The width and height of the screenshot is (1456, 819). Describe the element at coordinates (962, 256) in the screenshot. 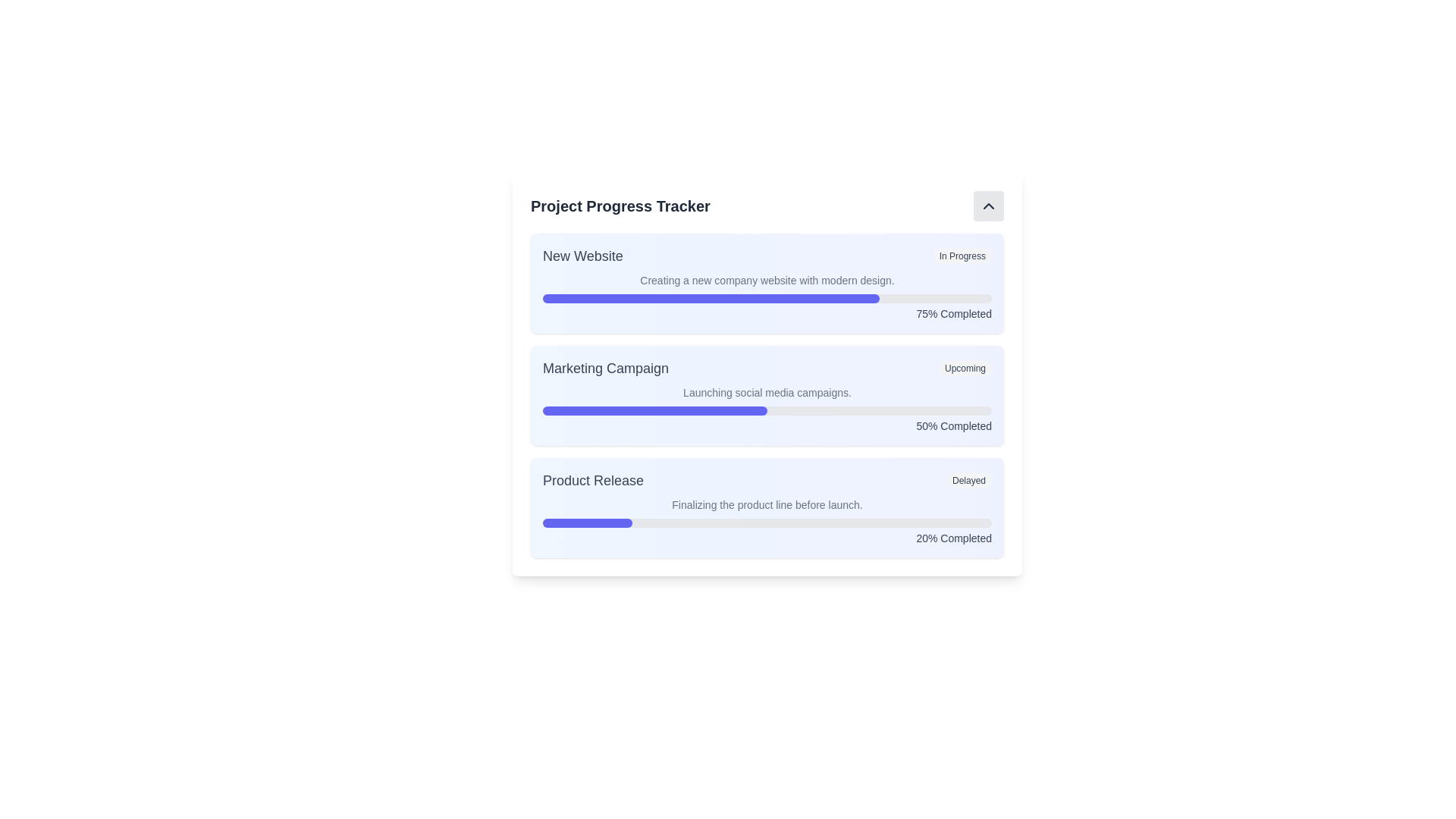

I see `the pill-shaped label with the text 'In Progress', which is located at the top-right corner inside the card next to the 'New Website' title` at that location.